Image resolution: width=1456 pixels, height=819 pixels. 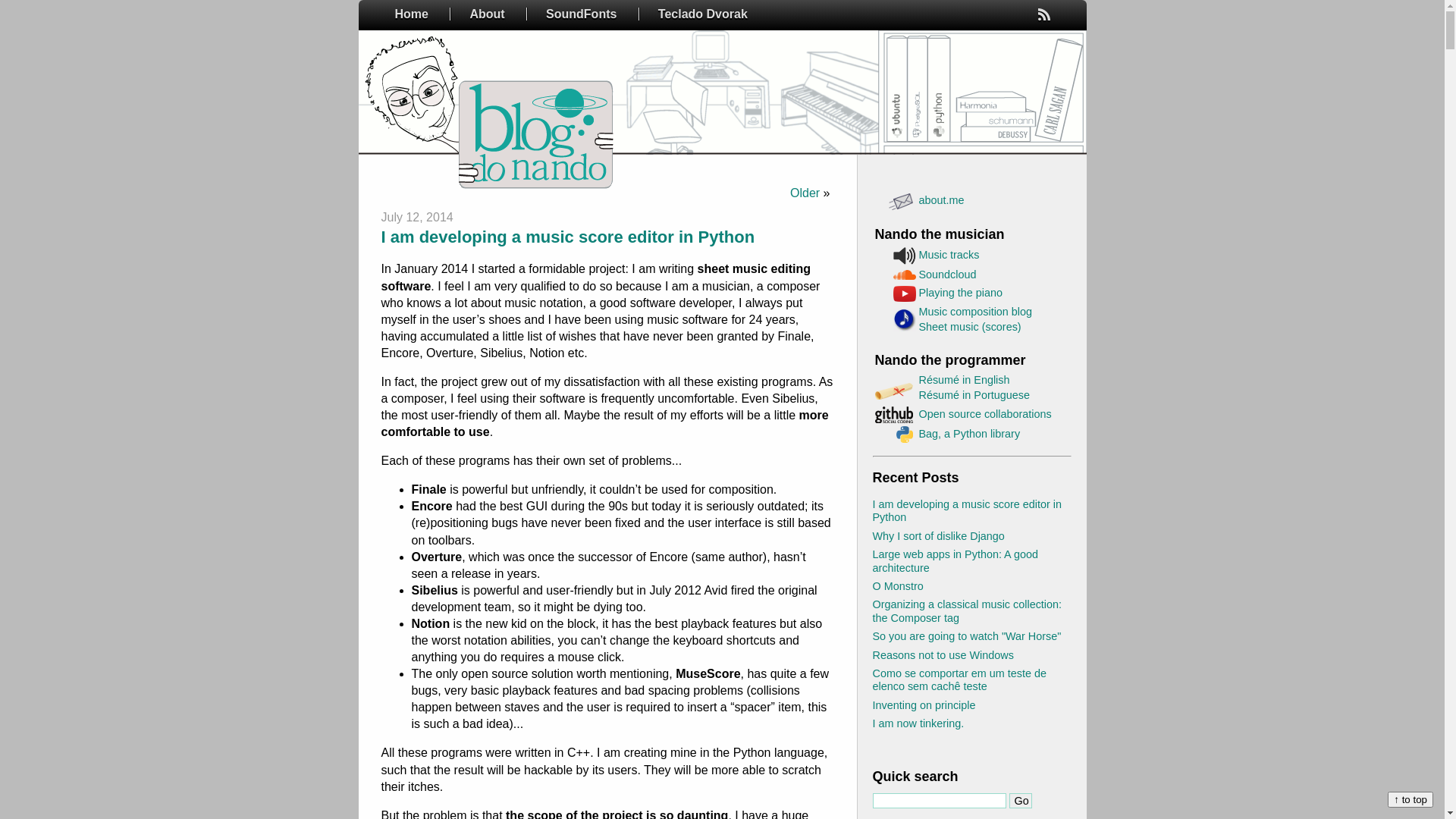 I want to click on 'Inventing on principle', so click(x=923, y=704).